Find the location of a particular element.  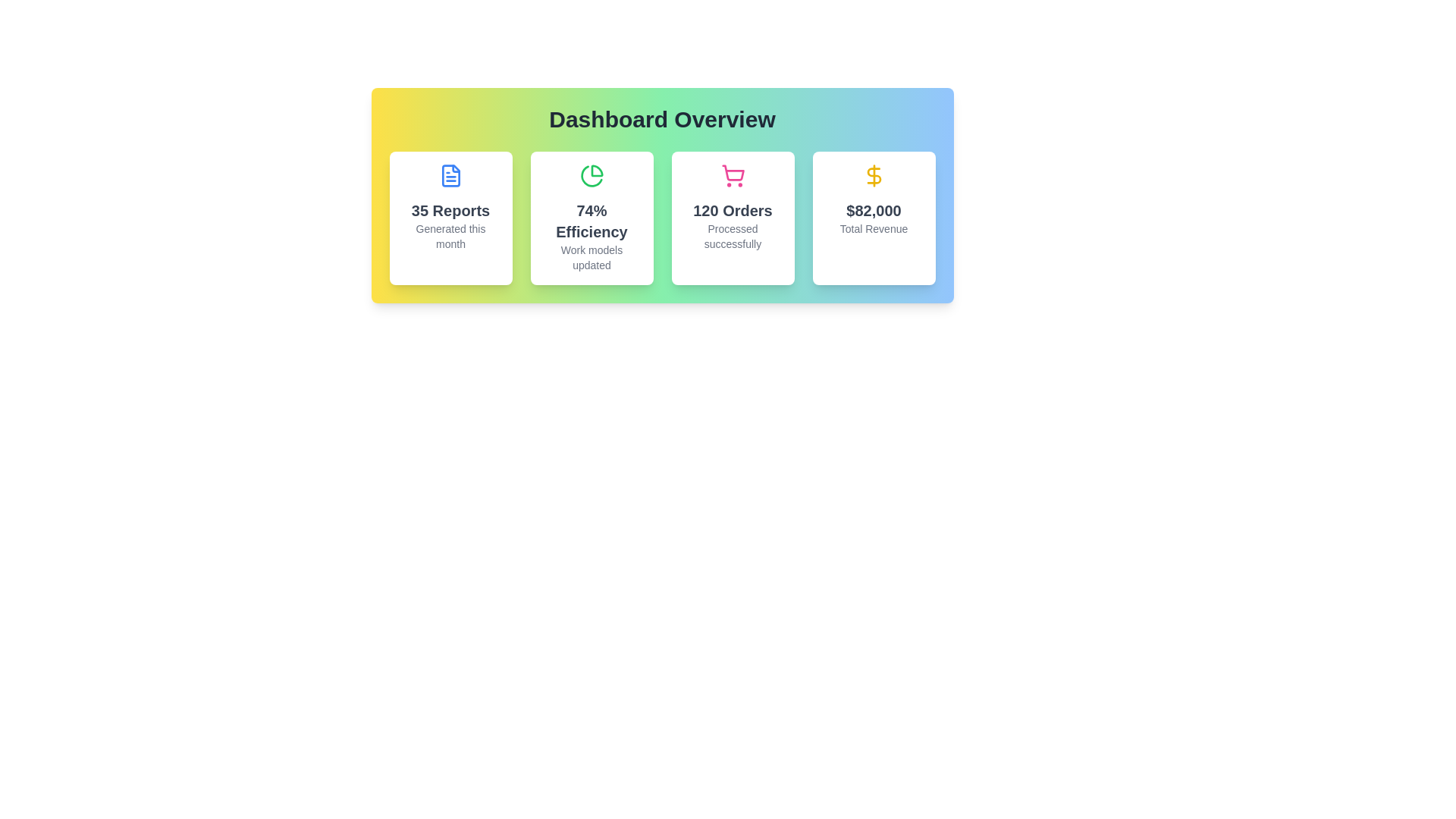

the summary headline text label that provides a numerical report or status update, positioned above the smaller gray text 'Generated this month' and below a blue document icon is located at coordinates (450, 210).